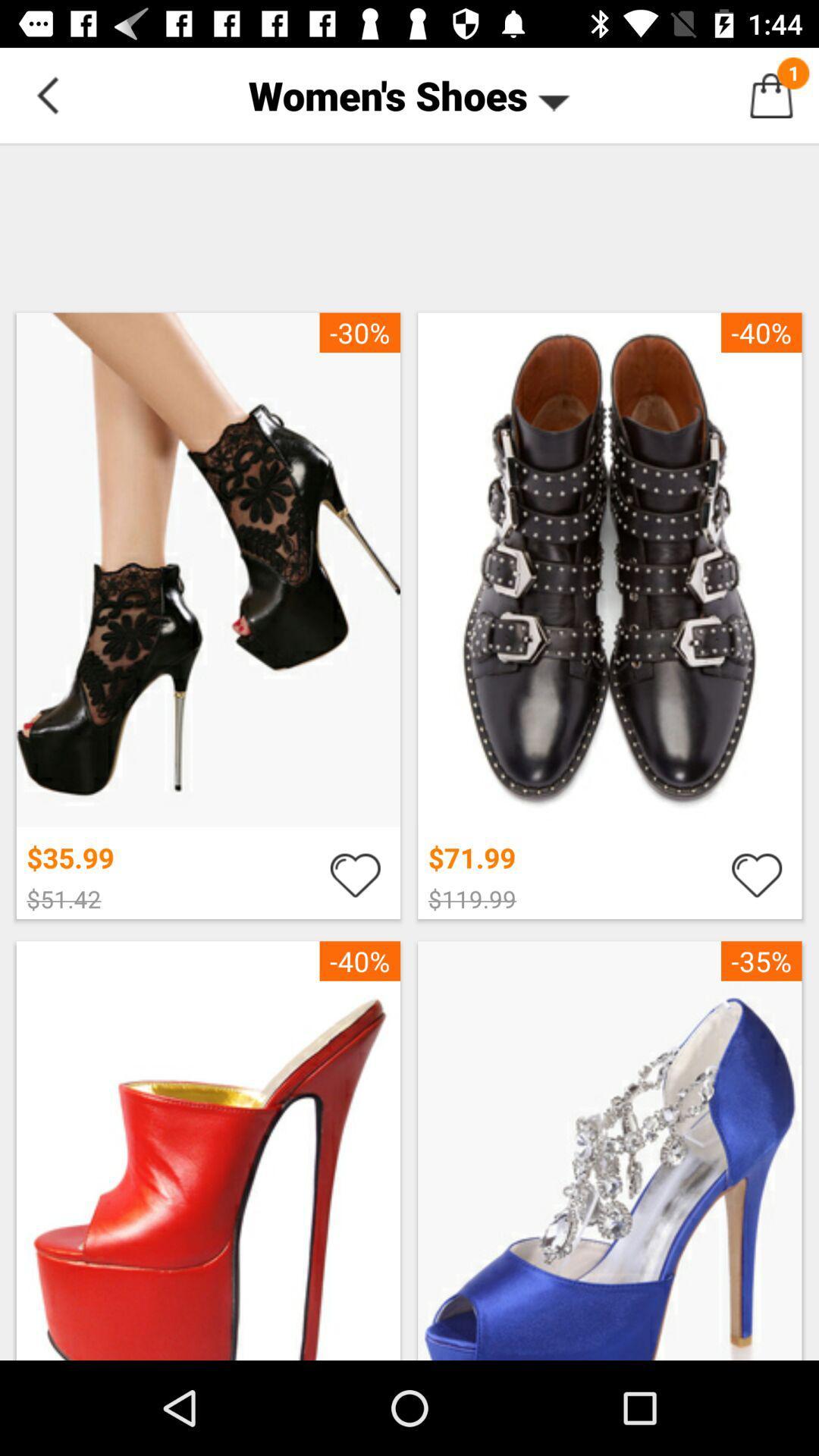 The width and height of the screenshot is (819, 1456). What do you see at coordinates (355, 874) in the screenshot?
I see `heart shoe` at bounding box center [355, 874].